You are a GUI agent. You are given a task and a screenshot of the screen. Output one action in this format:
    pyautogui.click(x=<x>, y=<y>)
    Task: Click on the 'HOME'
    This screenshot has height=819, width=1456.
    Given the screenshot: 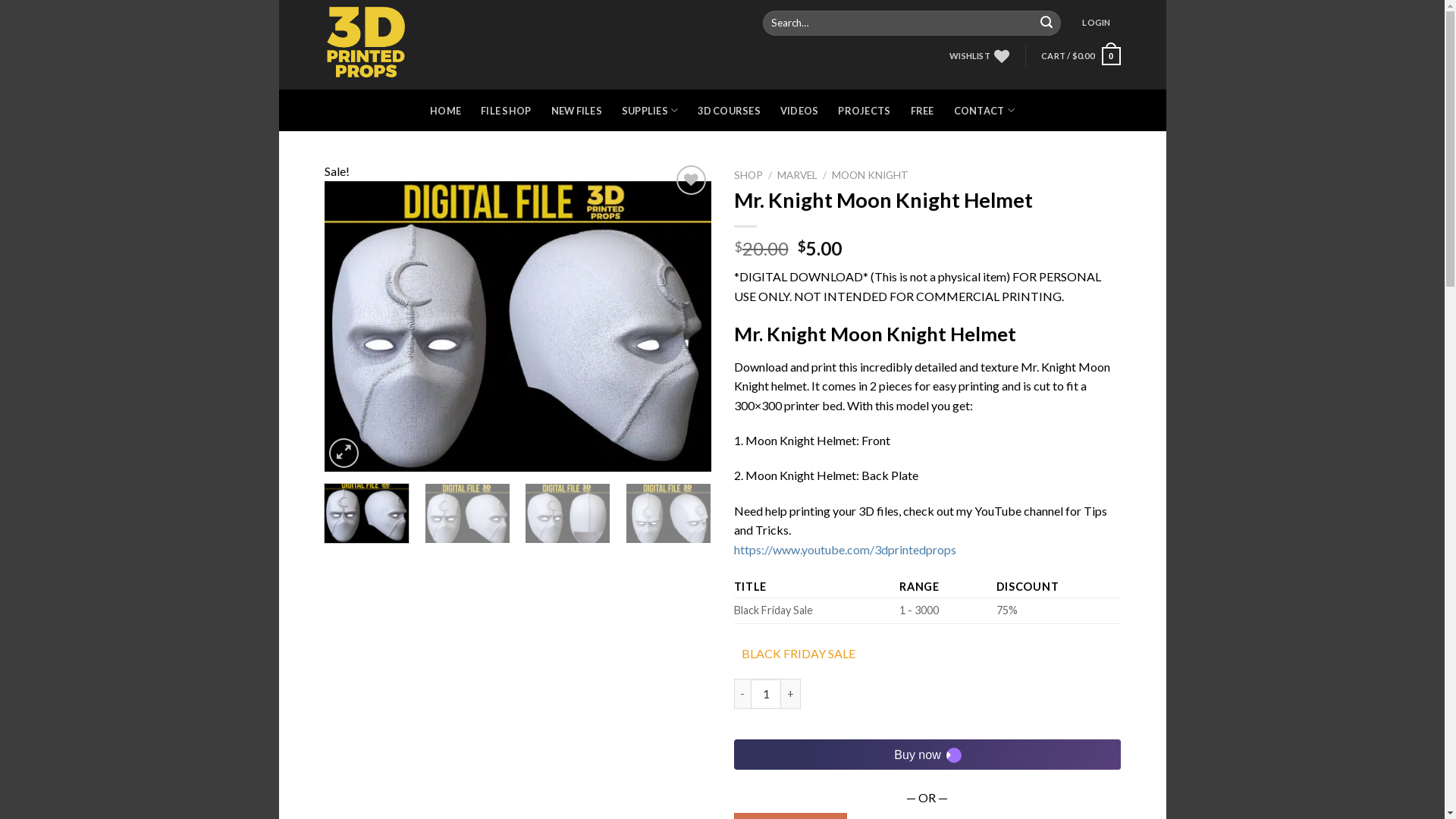 What is the action you would take?
    pyautogui.click(x=444, y=110)
    